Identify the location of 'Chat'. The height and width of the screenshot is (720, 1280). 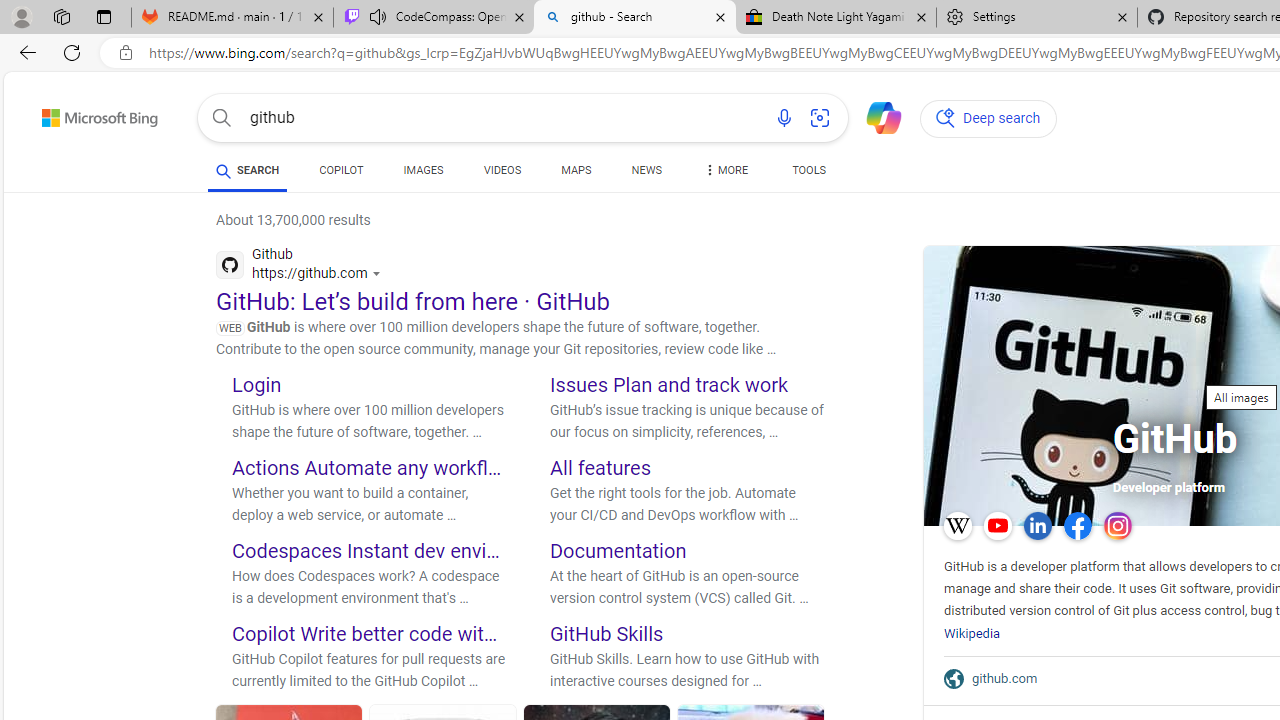
(875, 116).